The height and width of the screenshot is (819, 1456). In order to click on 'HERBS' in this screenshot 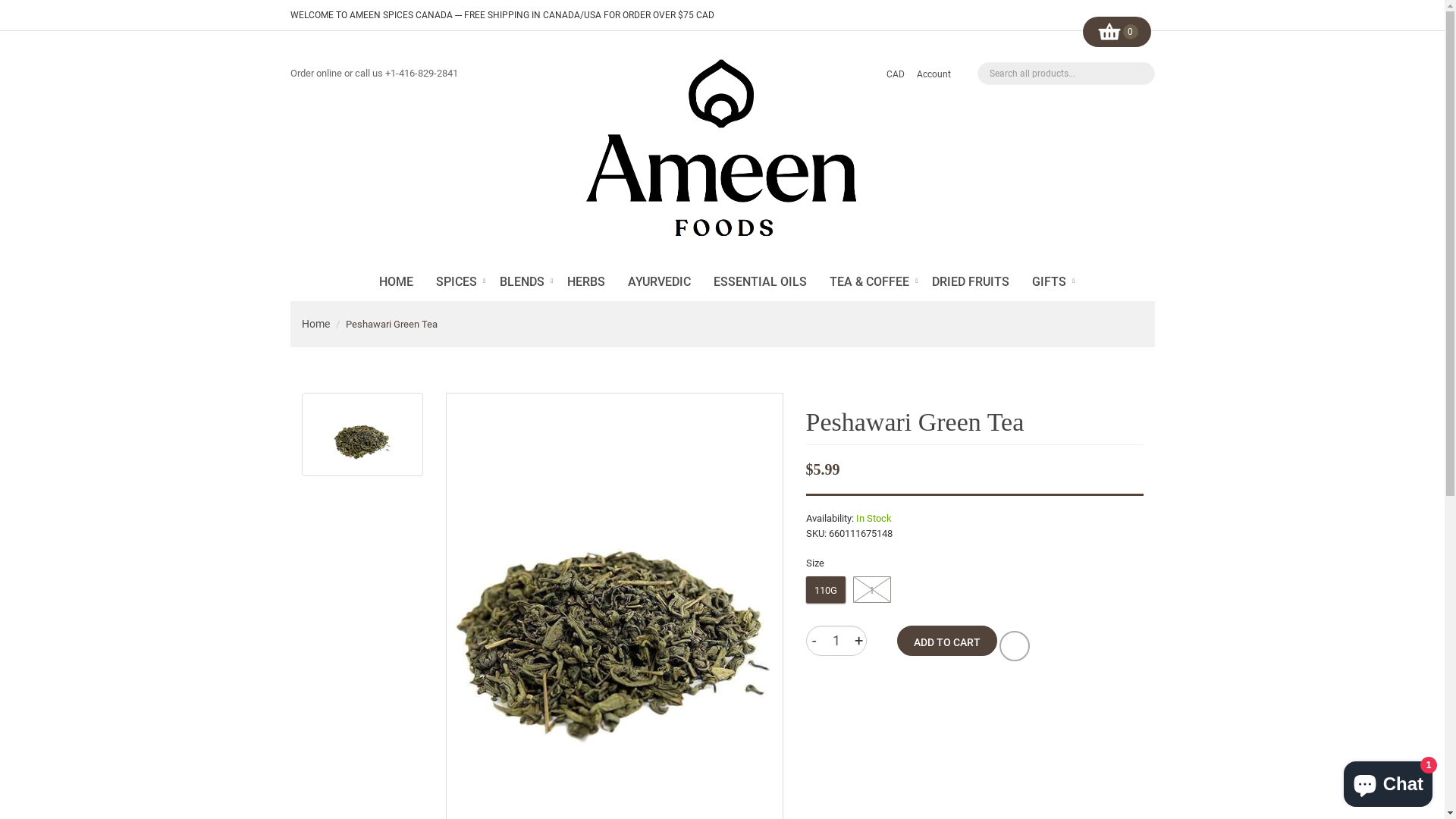, I will do `click(585, 281)`.